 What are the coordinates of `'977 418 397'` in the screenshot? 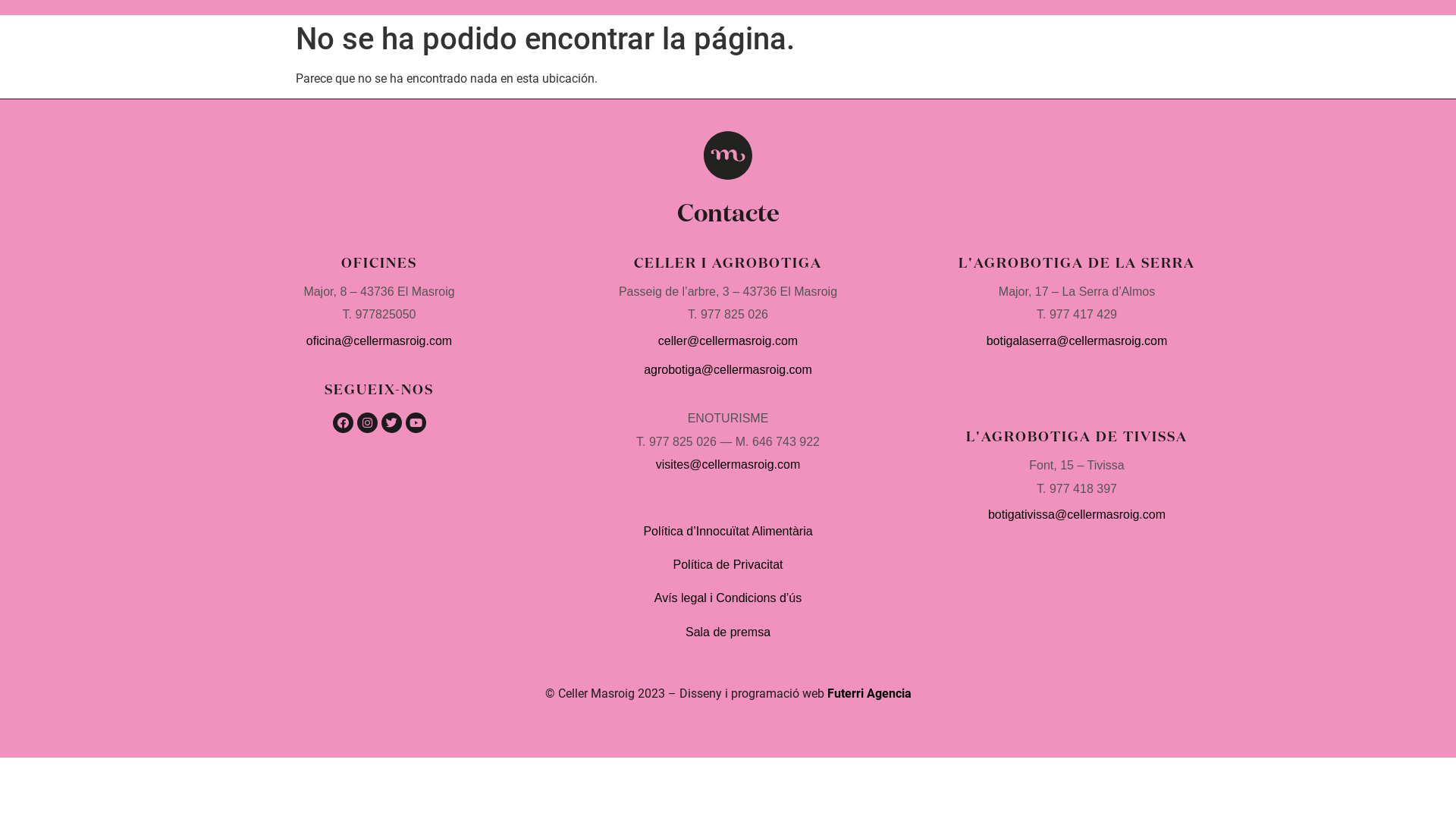 It's located at (1081, 488).